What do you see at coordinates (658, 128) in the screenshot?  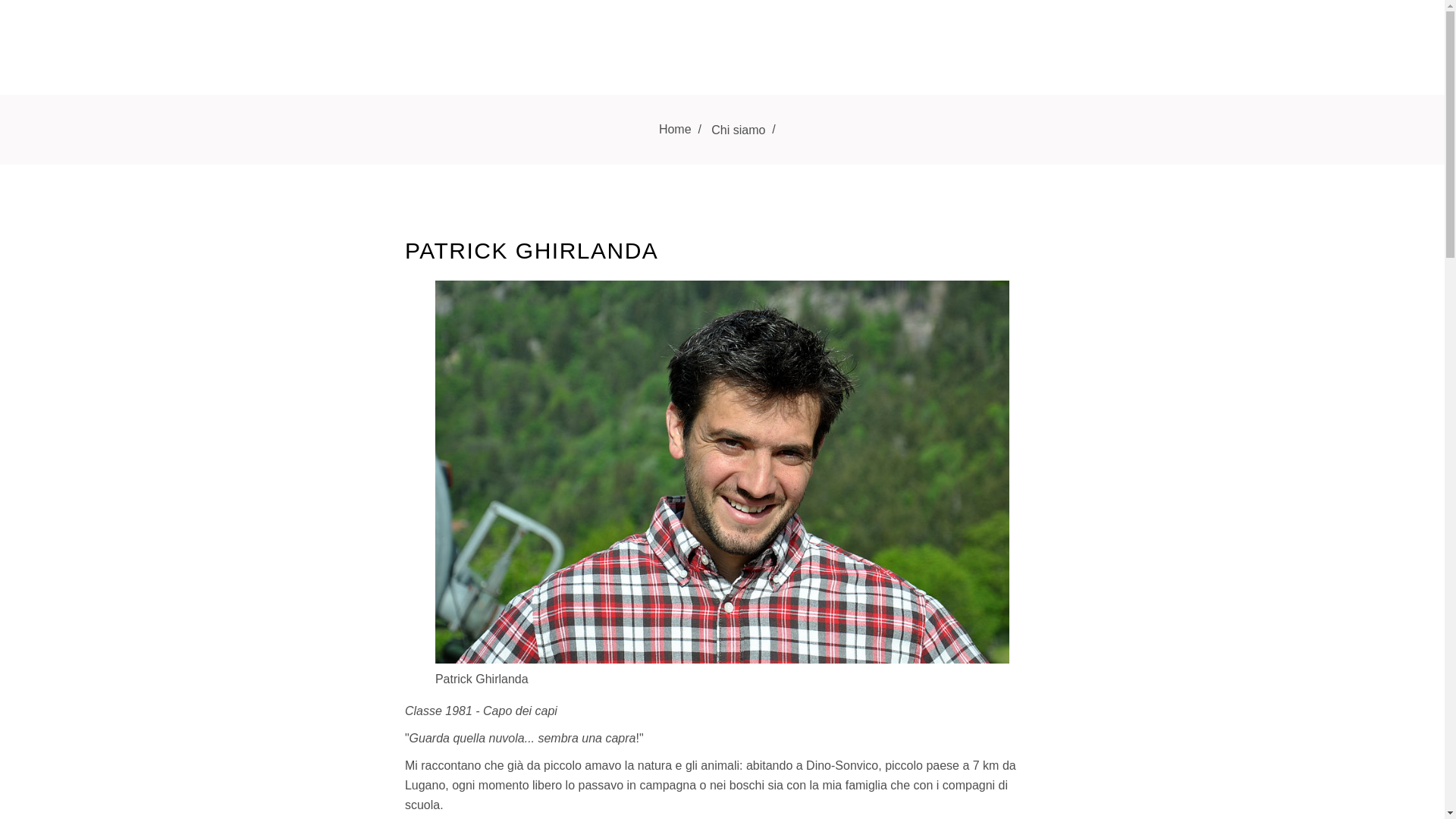 I see `'Home'` at bounding box center [658, 128].